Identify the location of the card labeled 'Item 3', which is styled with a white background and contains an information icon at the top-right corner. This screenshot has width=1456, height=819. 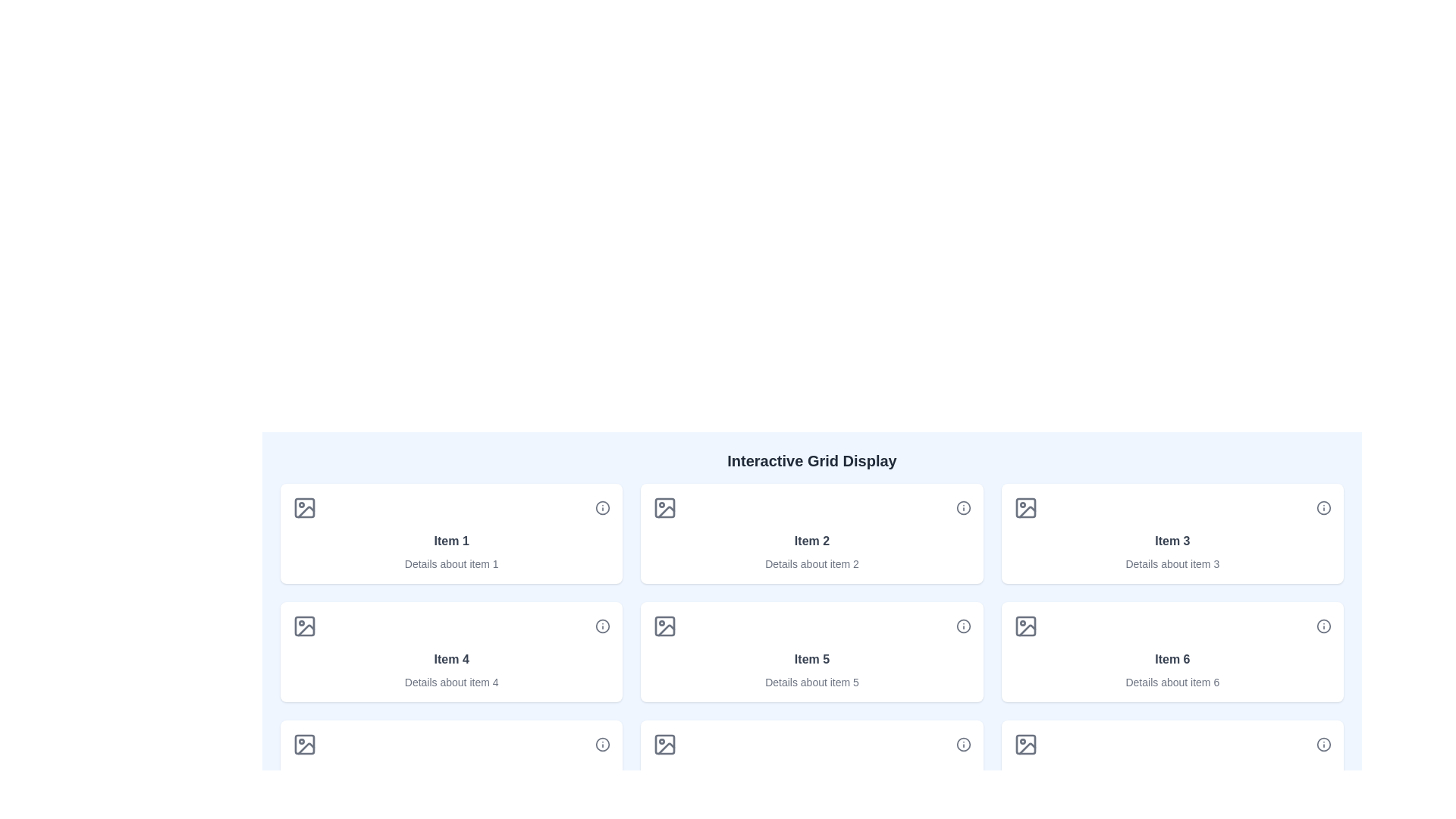
(1172, 533).